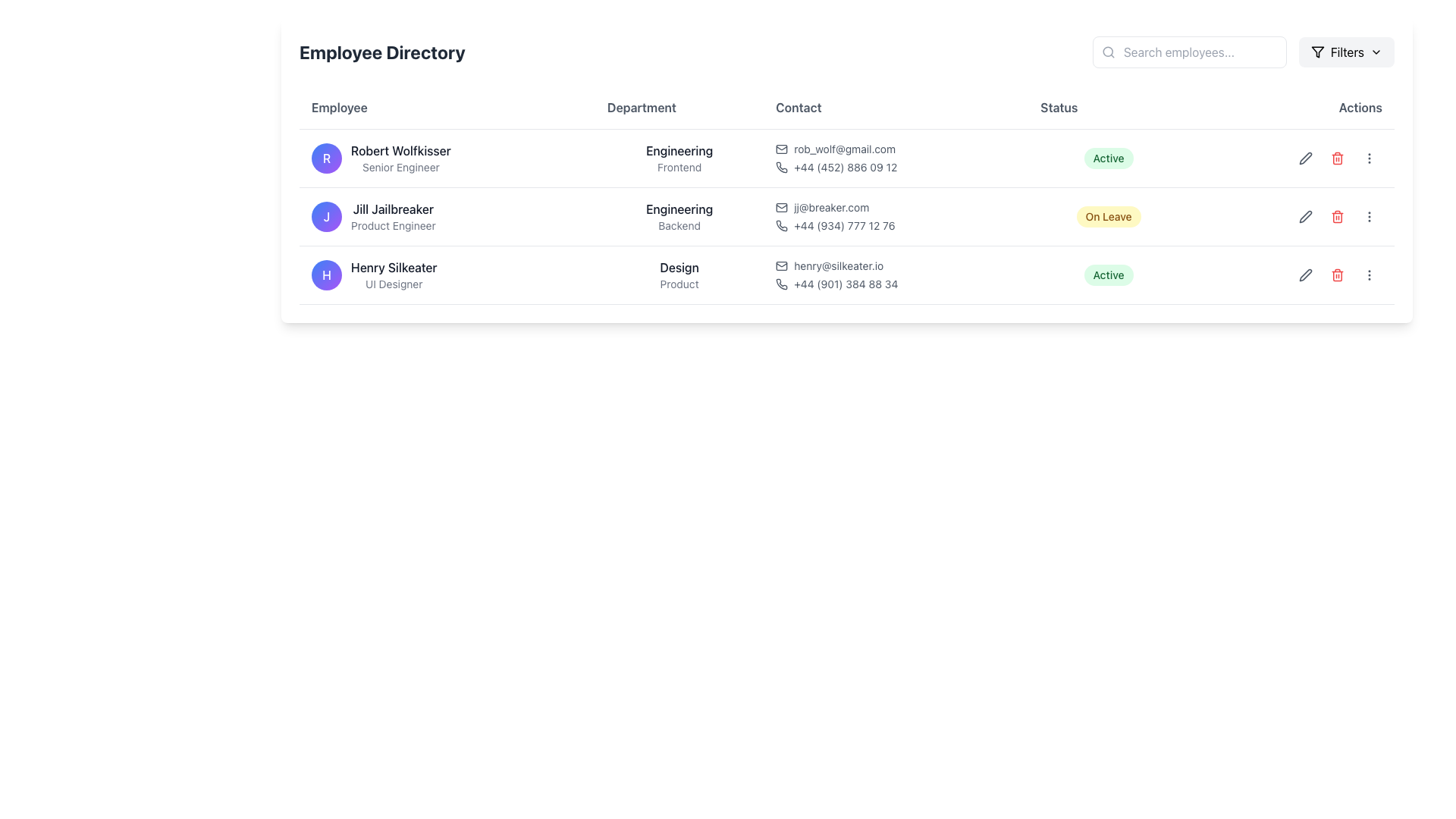 Image resolution: width=1456 pixels, height=819 pixels. What do you see at coordinates (394, 284) in the screenshot?
I see `job title text label located below 'Henry Silkeater' in the 'Employee' column's row, which is the second line of text detailing the job title` at bounding box center [394, 284].